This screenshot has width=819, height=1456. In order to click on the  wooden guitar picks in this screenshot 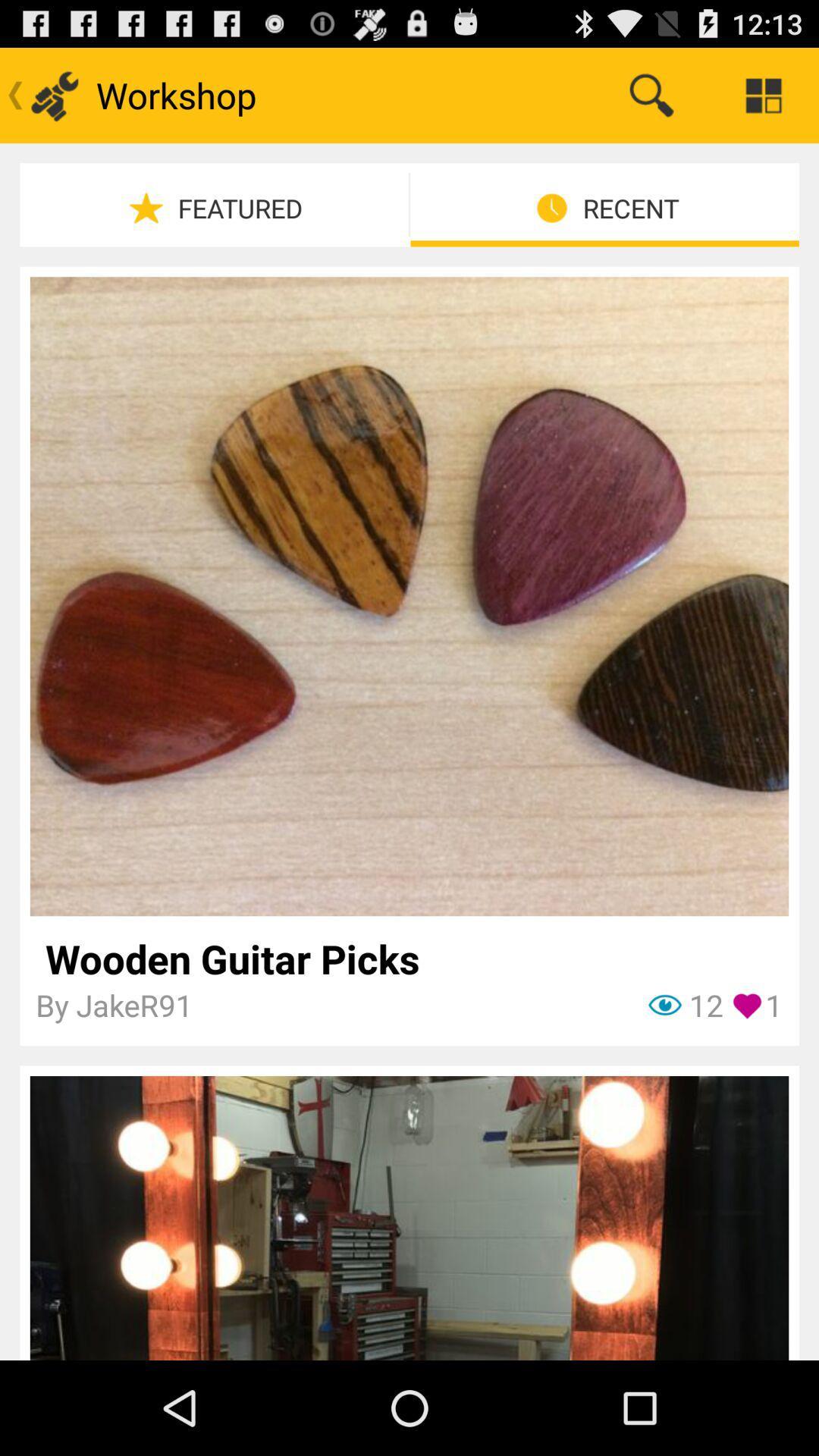, I will do `click(408, 958)`.